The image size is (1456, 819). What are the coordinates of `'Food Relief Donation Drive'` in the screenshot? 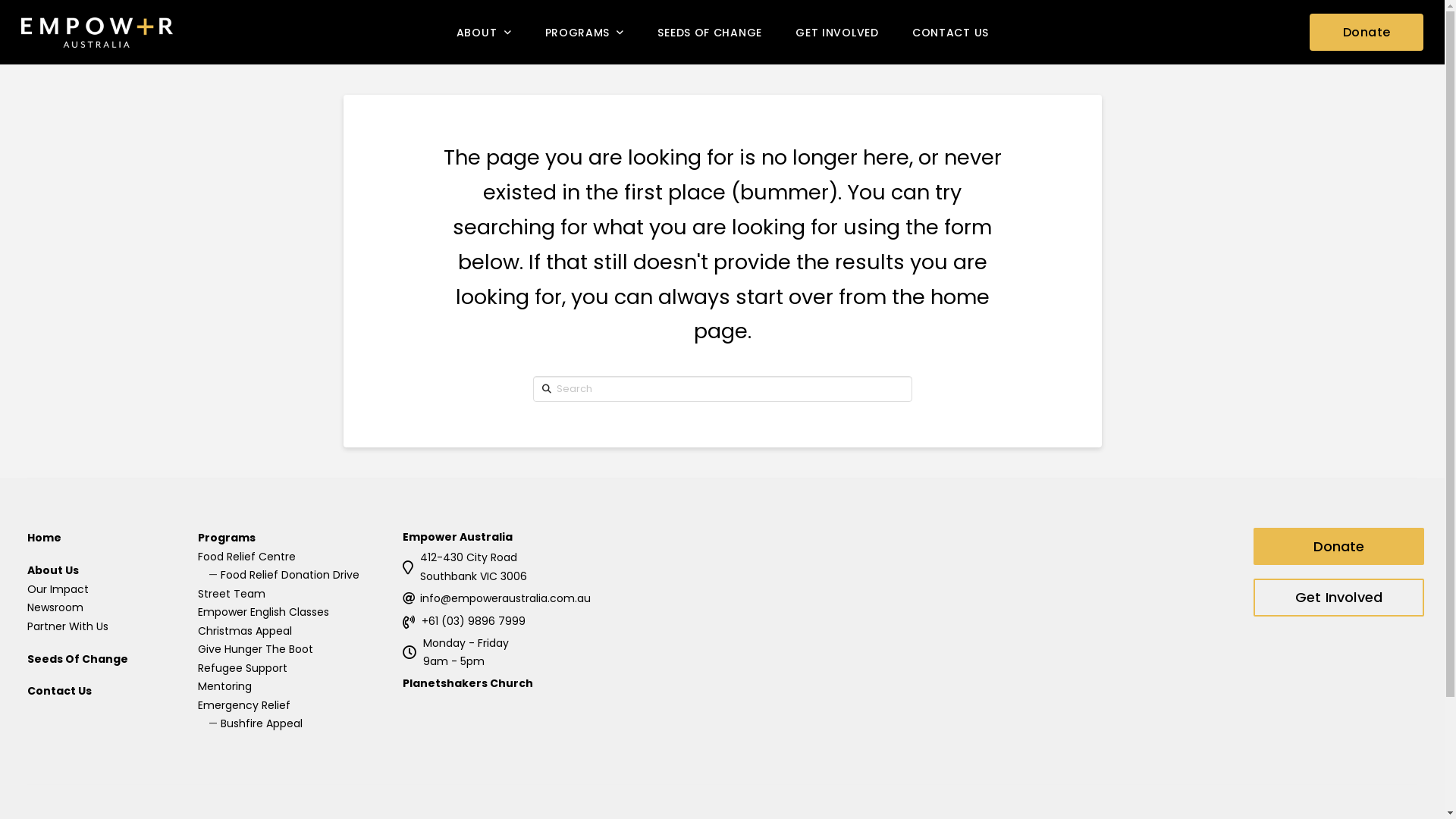 It's located at (290, 575).